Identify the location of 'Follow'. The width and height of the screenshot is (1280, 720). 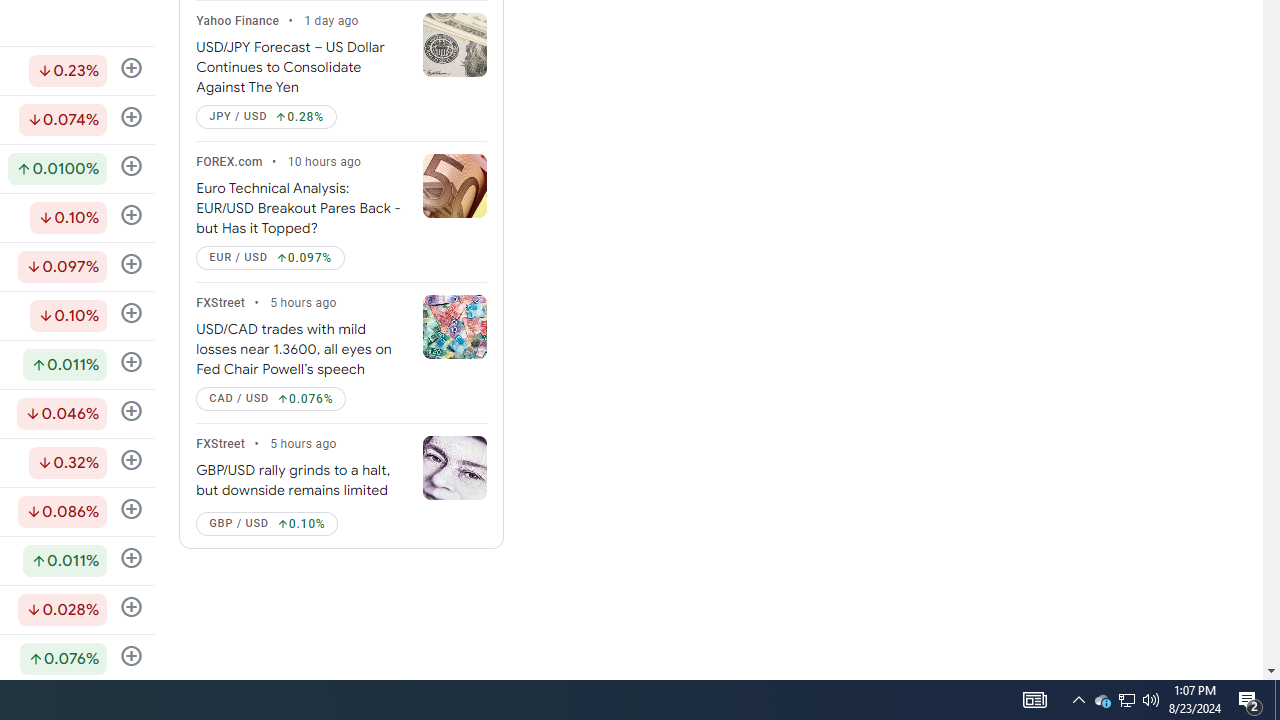
(130, 657).